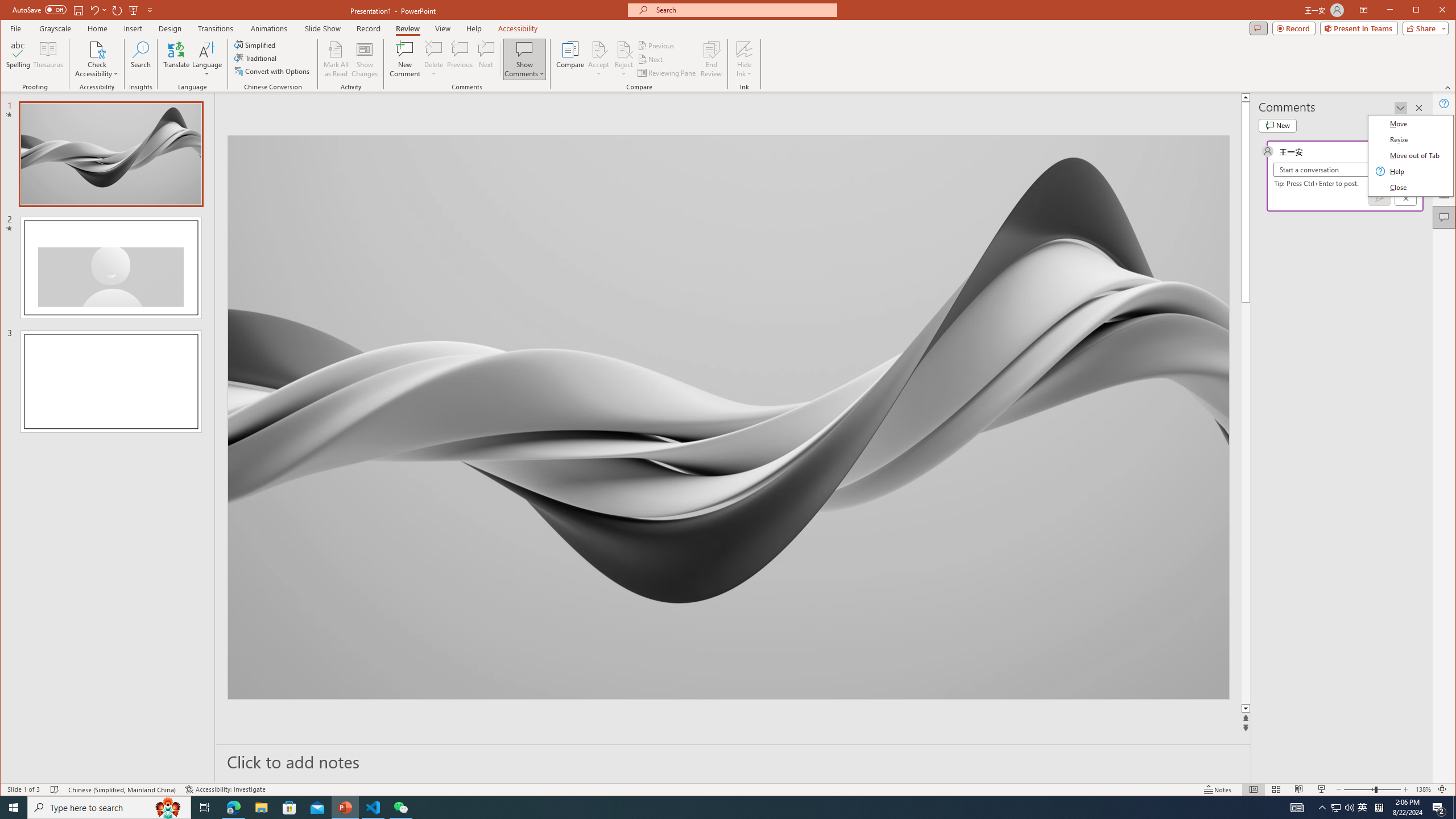  I want to click on 'Maximize', so click(1433, 11).